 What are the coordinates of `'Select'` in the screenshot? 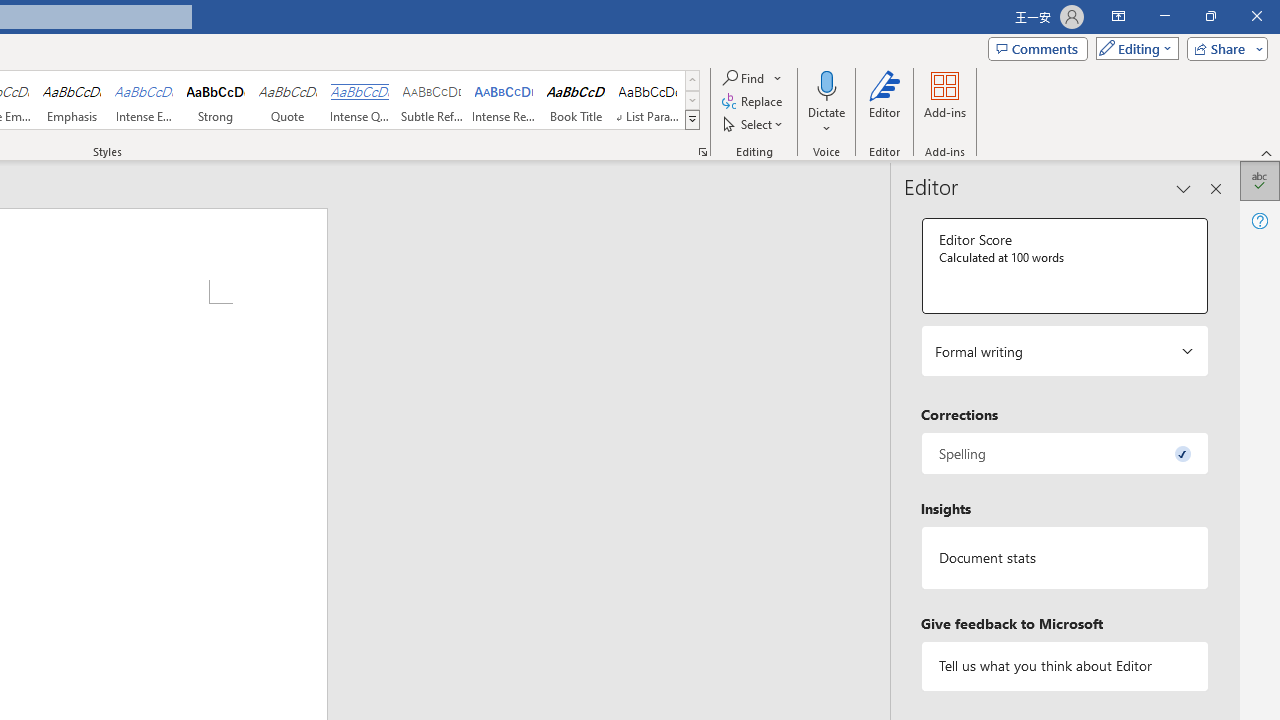 It's located at (753, 124).